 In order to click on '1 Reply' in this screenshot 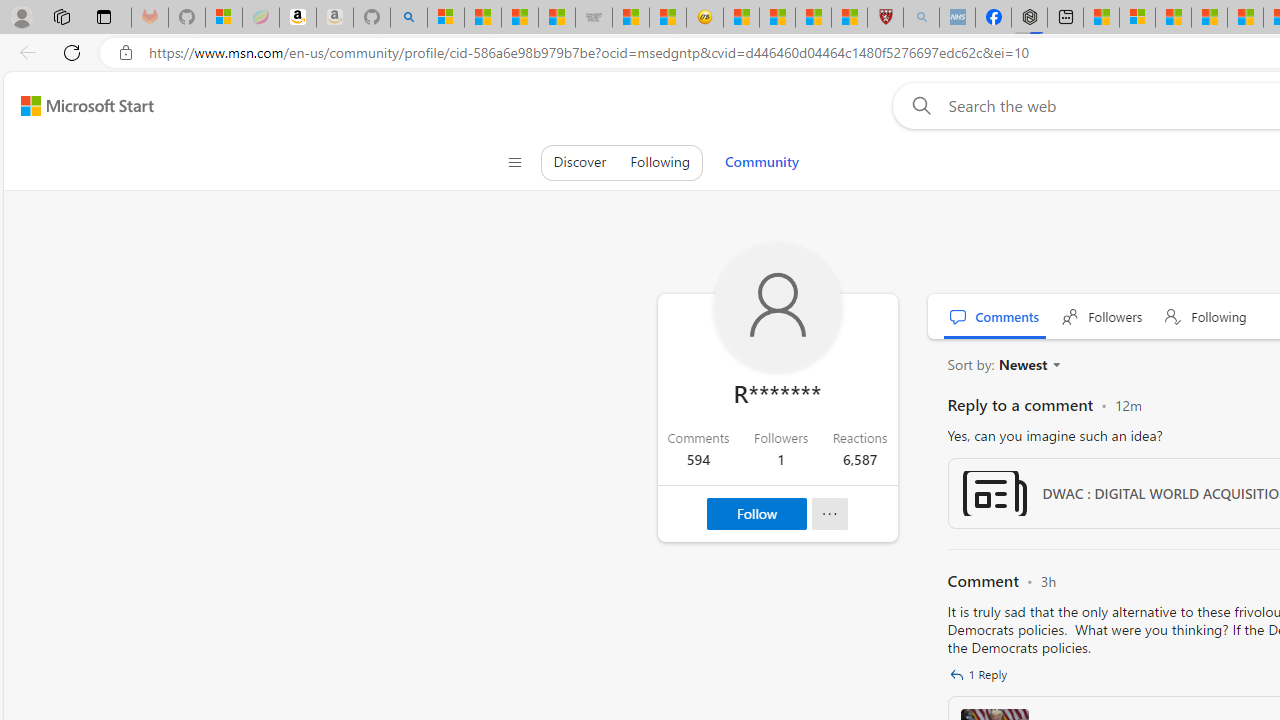, I will do `click(981, 675)`.